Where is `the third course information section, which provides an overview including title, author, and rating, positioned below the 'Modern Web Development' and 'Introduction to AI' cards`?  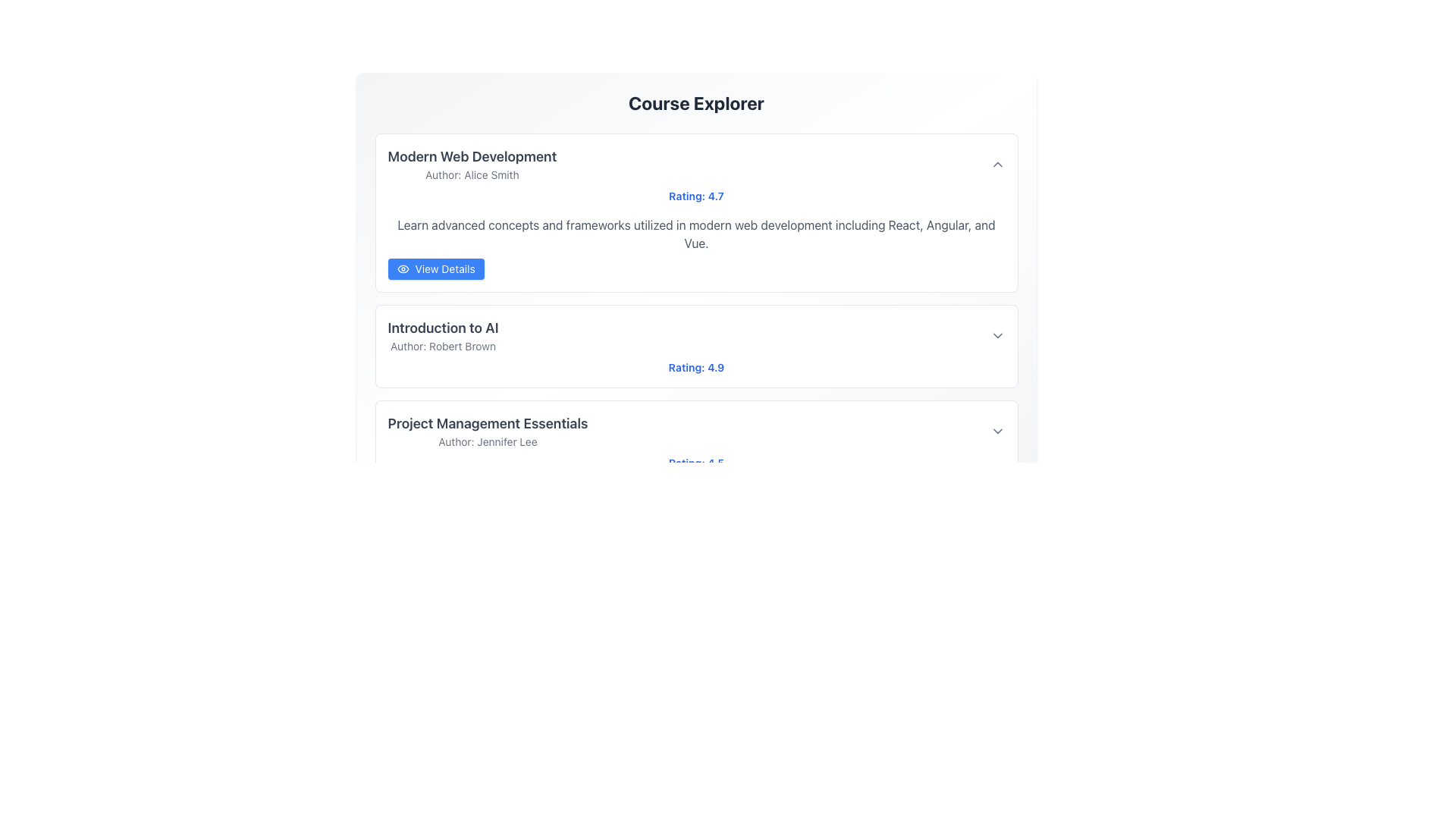
the third course information section, which provides an overview including title, author, and rating, positioned below the 'Modern Web Development' and 'Introduction to AI' cards is located at coordinates (695, 441).